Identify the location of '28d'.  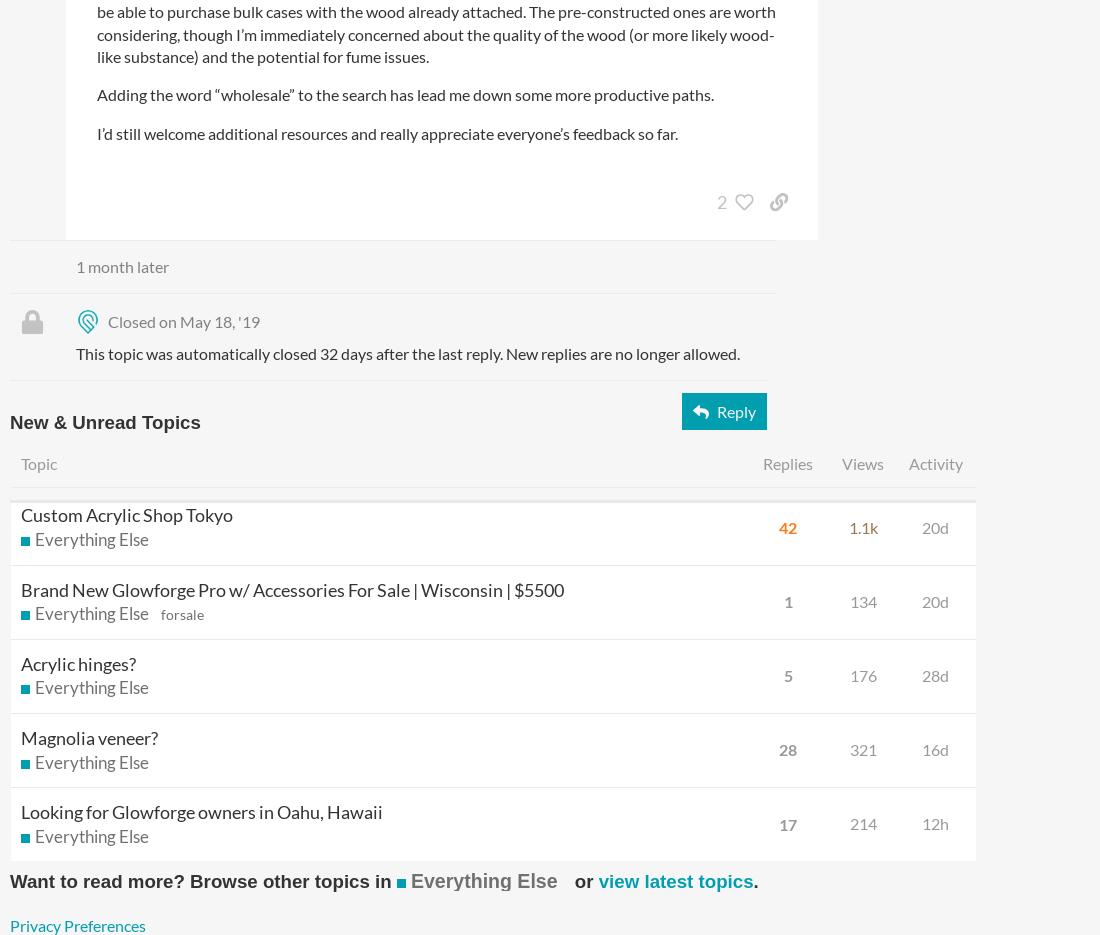
(935, 675).